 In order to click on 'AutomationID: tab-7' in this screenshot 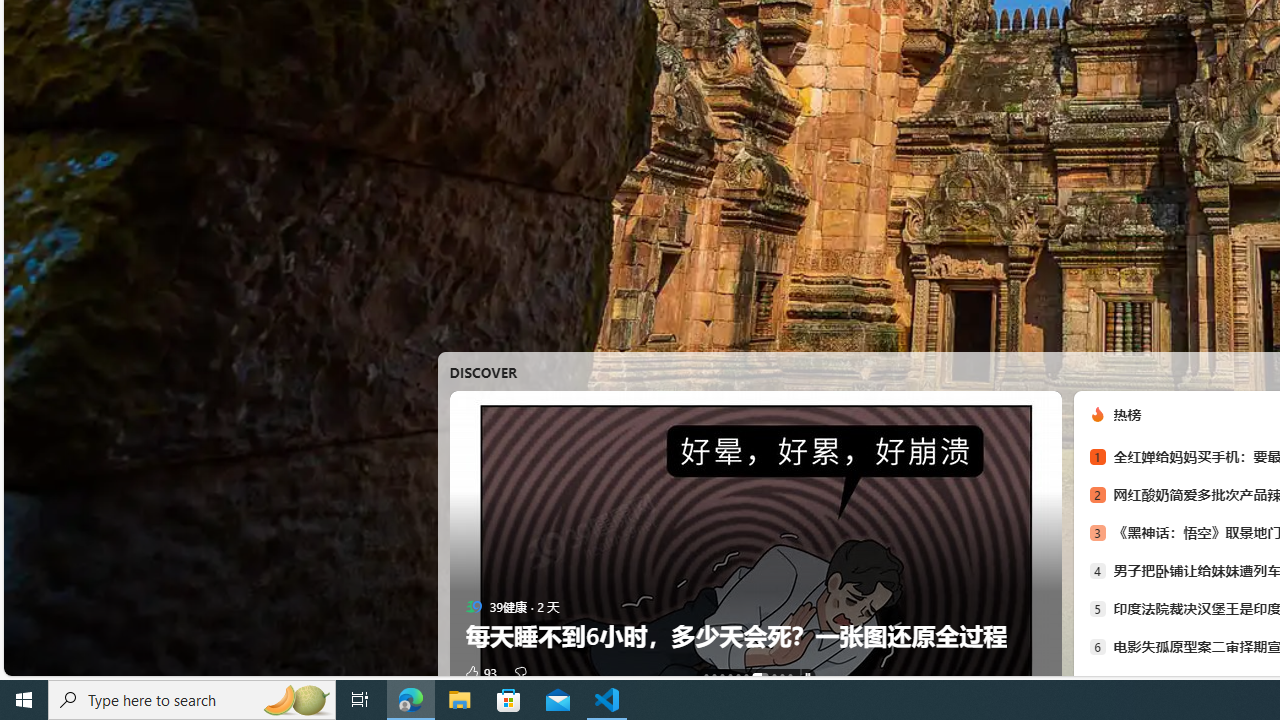, I will do `click(773, 675)`.